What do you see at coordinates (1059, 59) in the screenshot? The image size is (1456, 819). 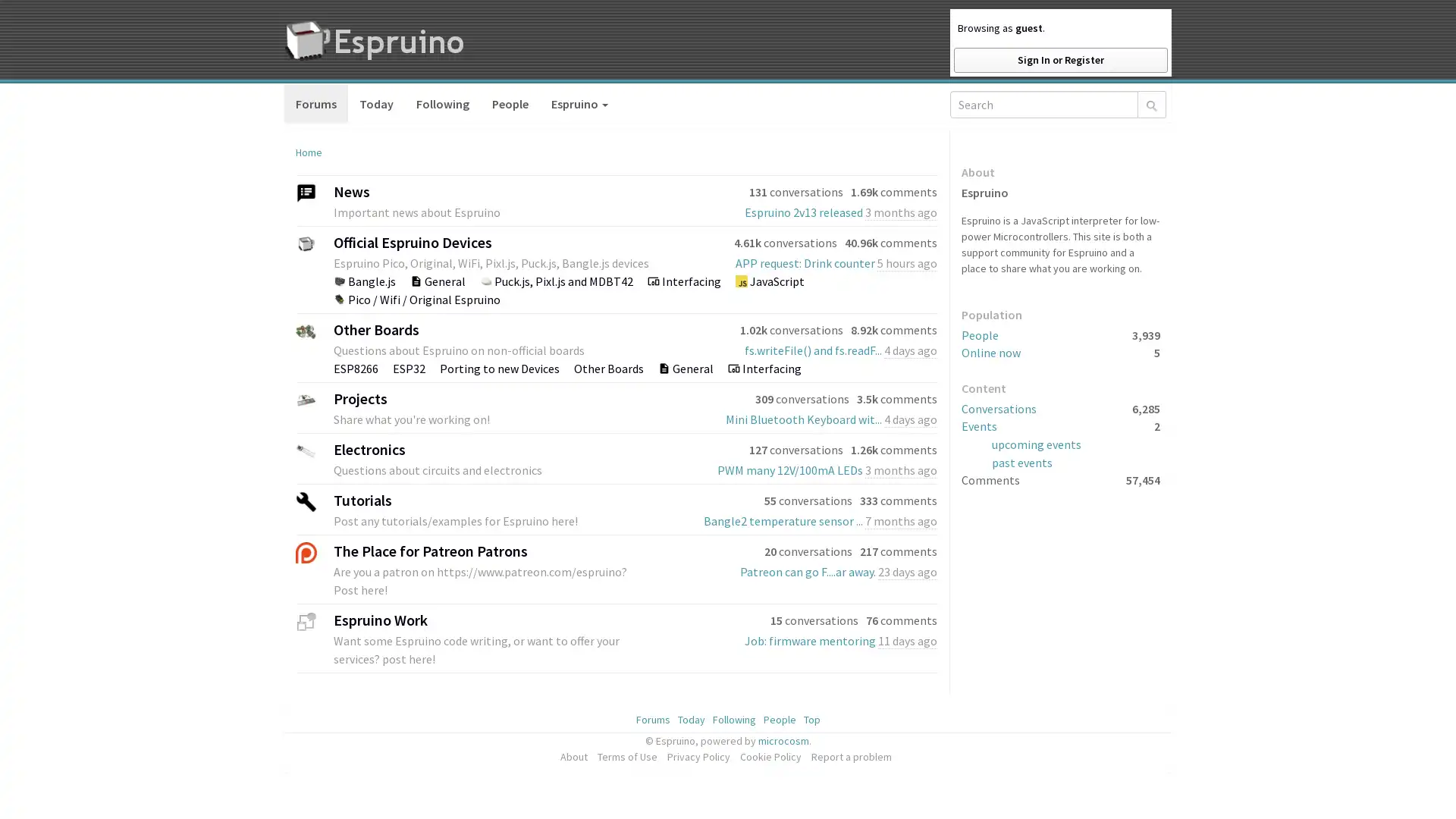 I see `Sign In or Register` at bounding box center [1059, 59].